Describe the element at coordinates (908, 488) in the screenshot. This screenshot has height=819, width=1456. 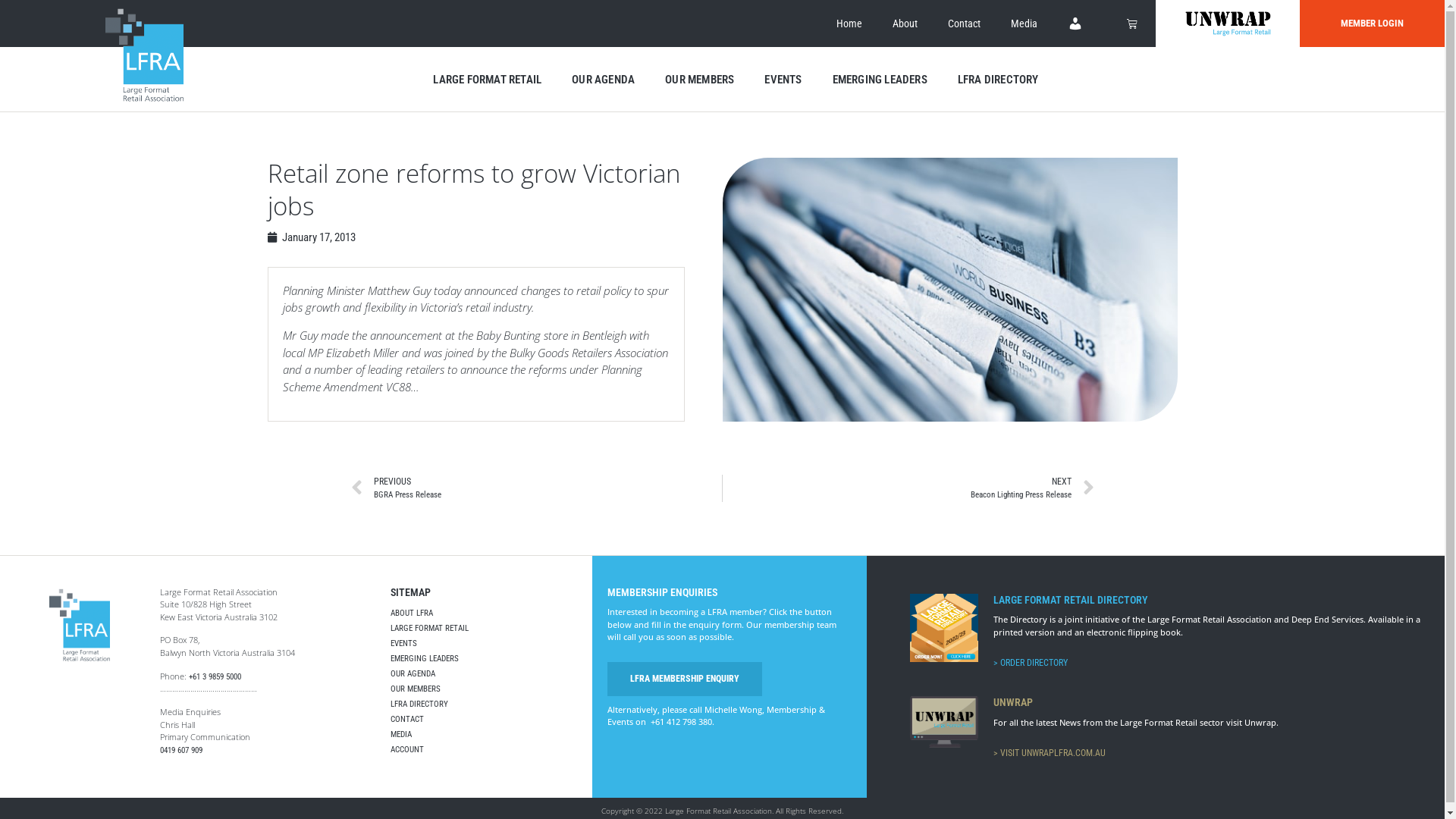
I see `'NEXT` at that location.